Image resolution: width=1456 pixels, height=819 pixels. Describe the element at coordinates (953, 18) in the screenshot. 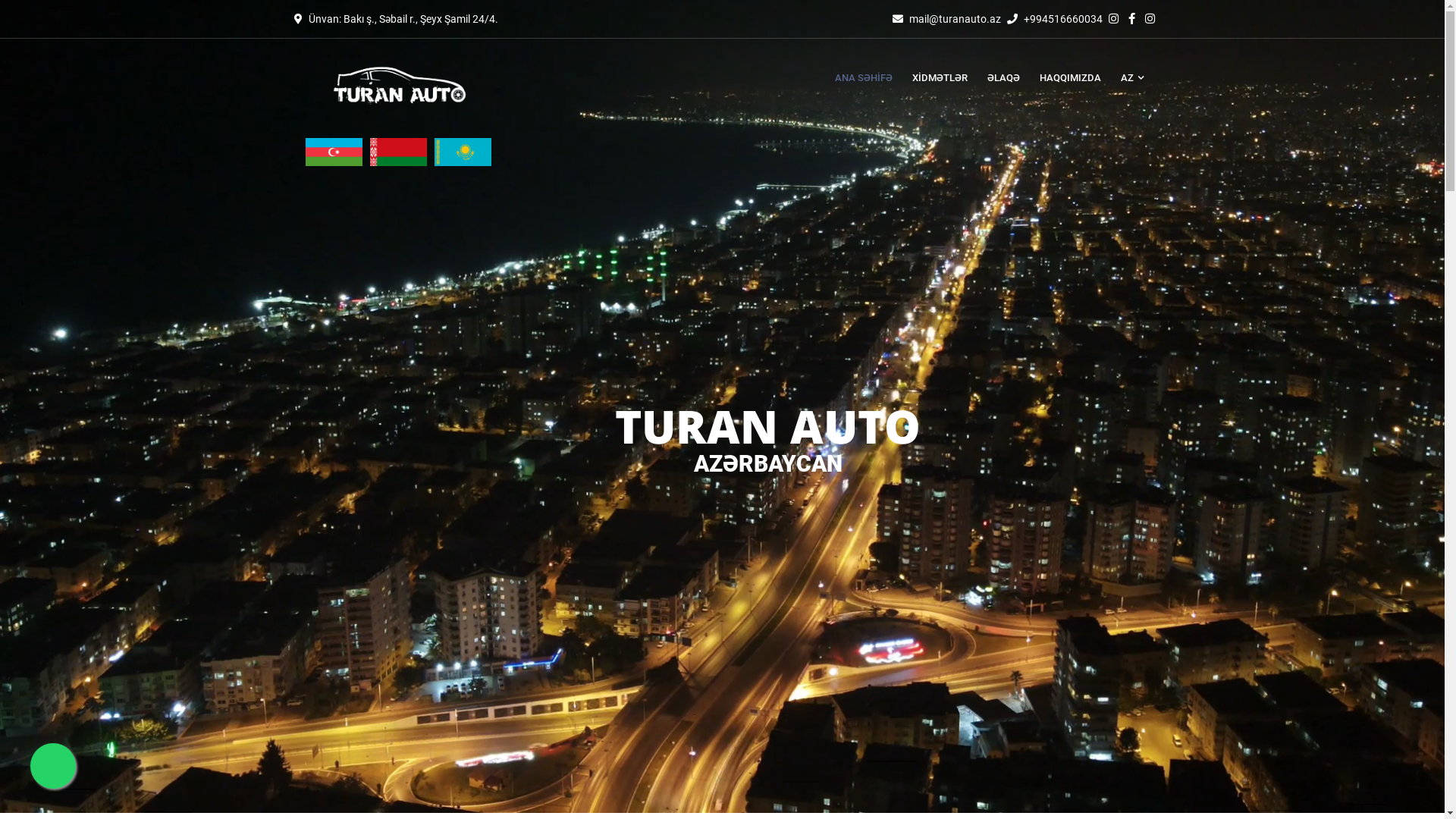

I see `'mail@turanauto.az'` at that location.